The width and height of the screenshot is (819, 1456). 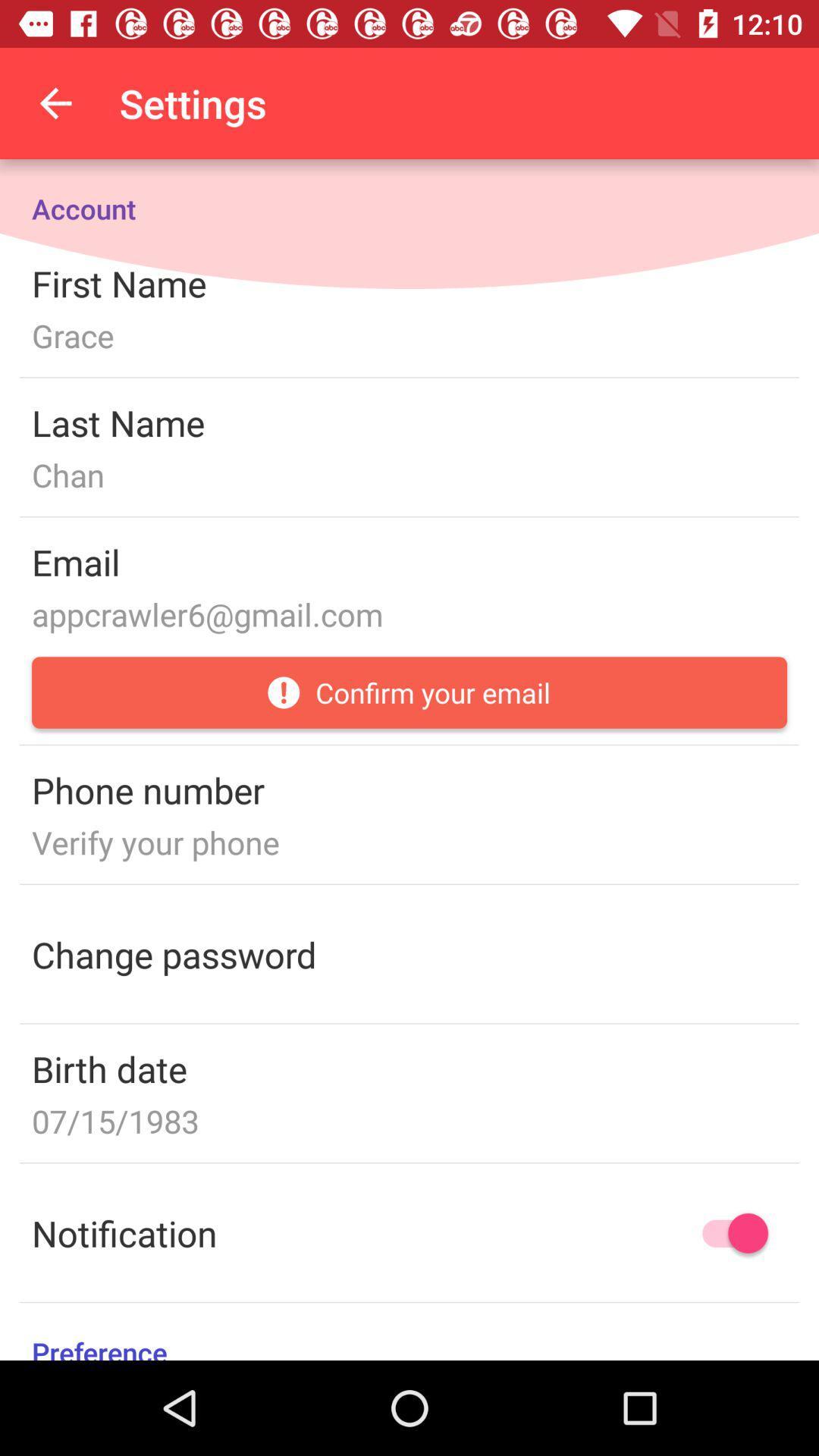 I want to click on notification, so click(x=727, y=1233).